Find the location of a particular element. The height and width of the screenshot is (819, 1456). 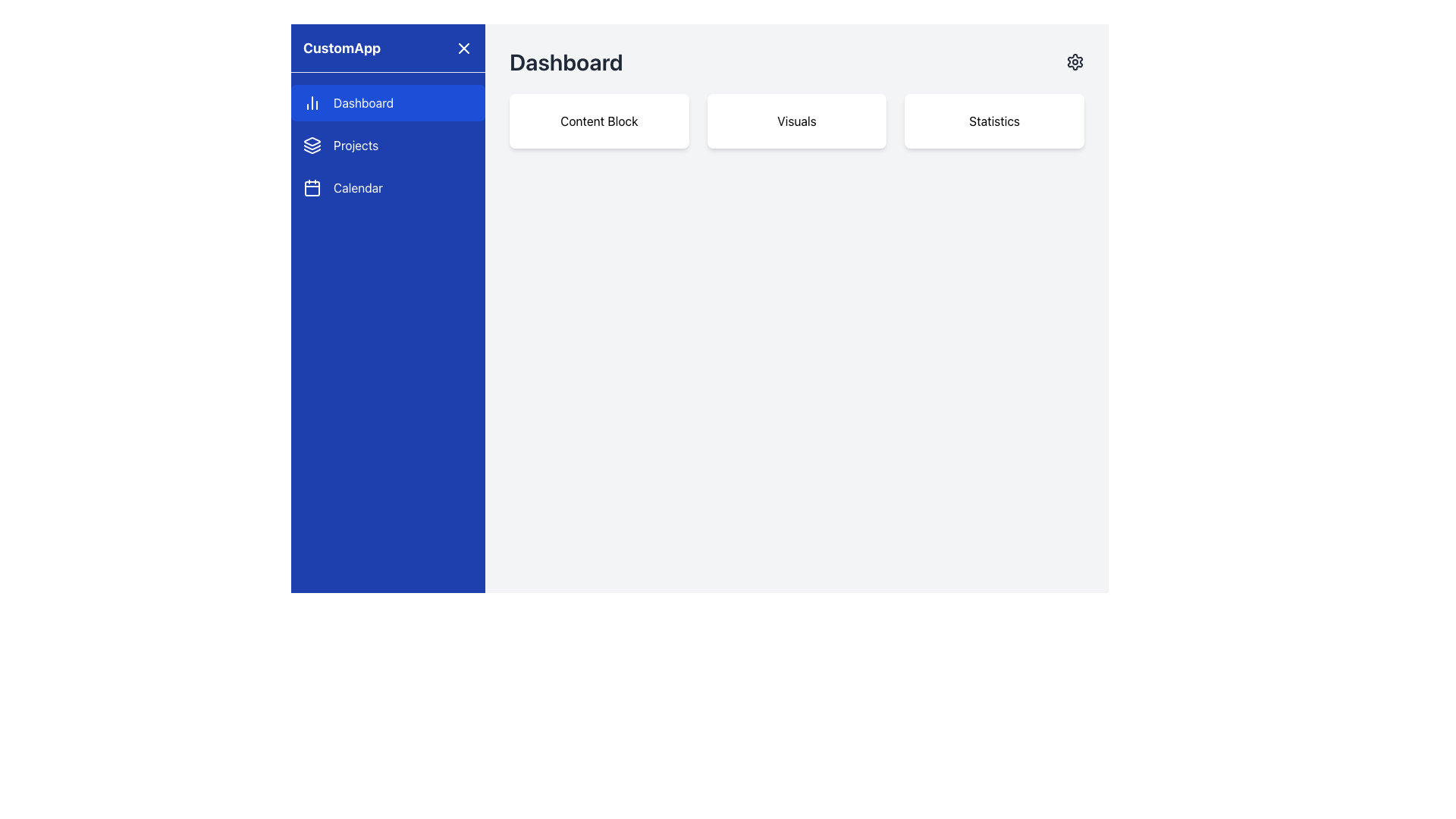

the stack icon representing the 'Projects' menu item in the sidebar, located to the left of the 'Projects' label is located at coordinates (312, 146).